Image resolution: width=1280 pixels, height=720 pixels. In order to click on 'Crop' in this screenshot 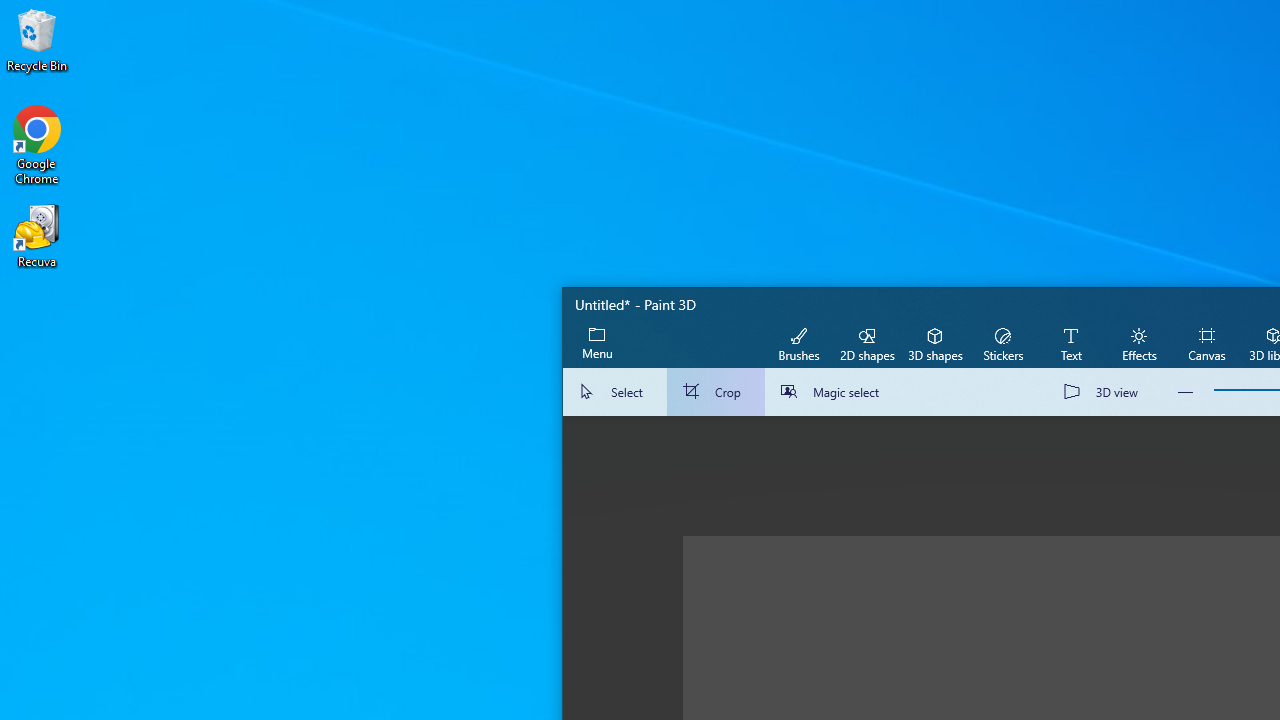, I will do `click(716, 392)`.